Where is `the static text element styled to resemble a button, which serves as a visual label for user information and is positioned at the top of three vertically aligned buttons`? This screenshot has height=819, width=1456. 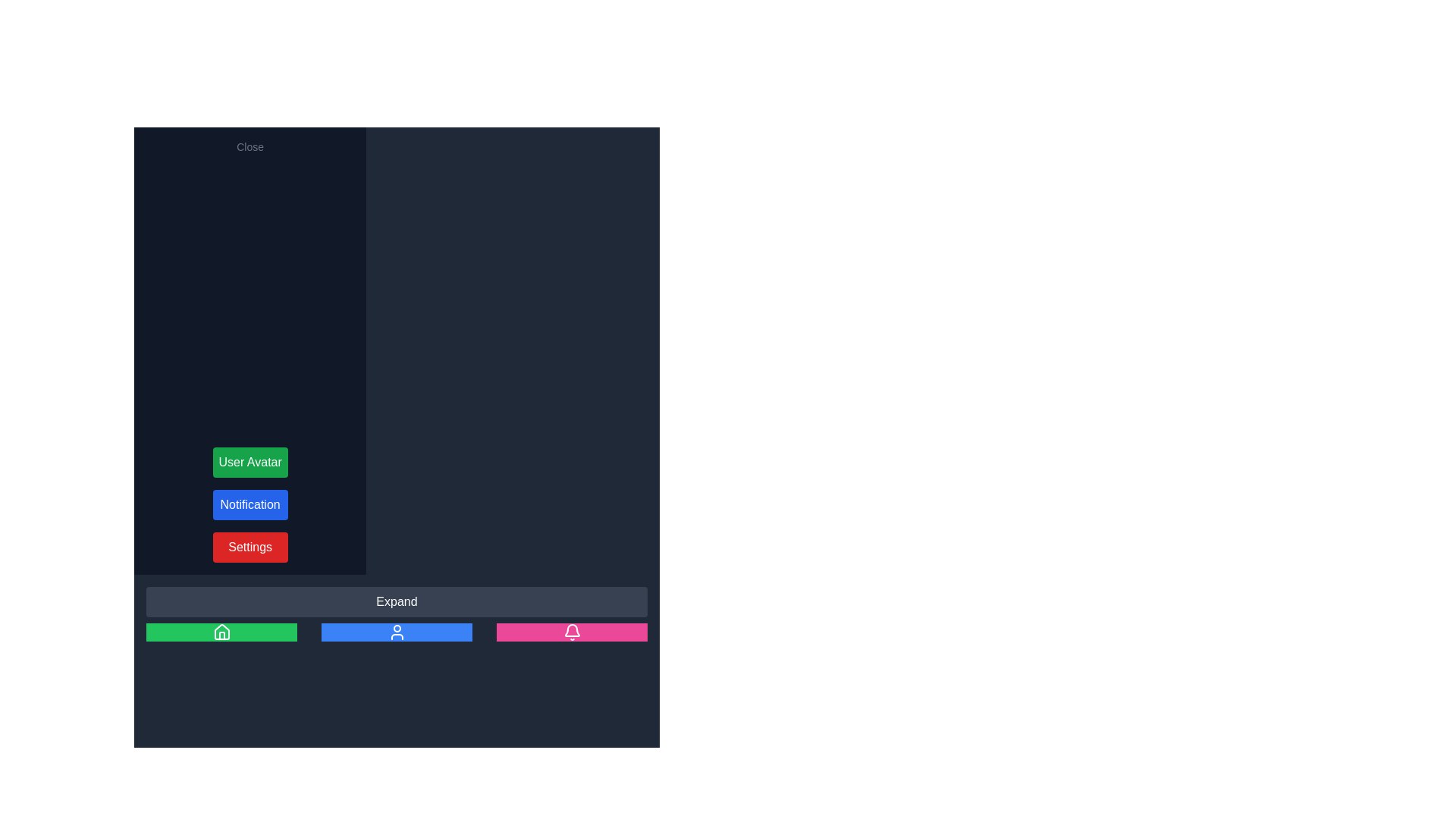
the static text element styled to resemble a button, which serves as a visual label for user information and is positioned at the top of three vertically aligned buttons is located at coordinates (250, 461).